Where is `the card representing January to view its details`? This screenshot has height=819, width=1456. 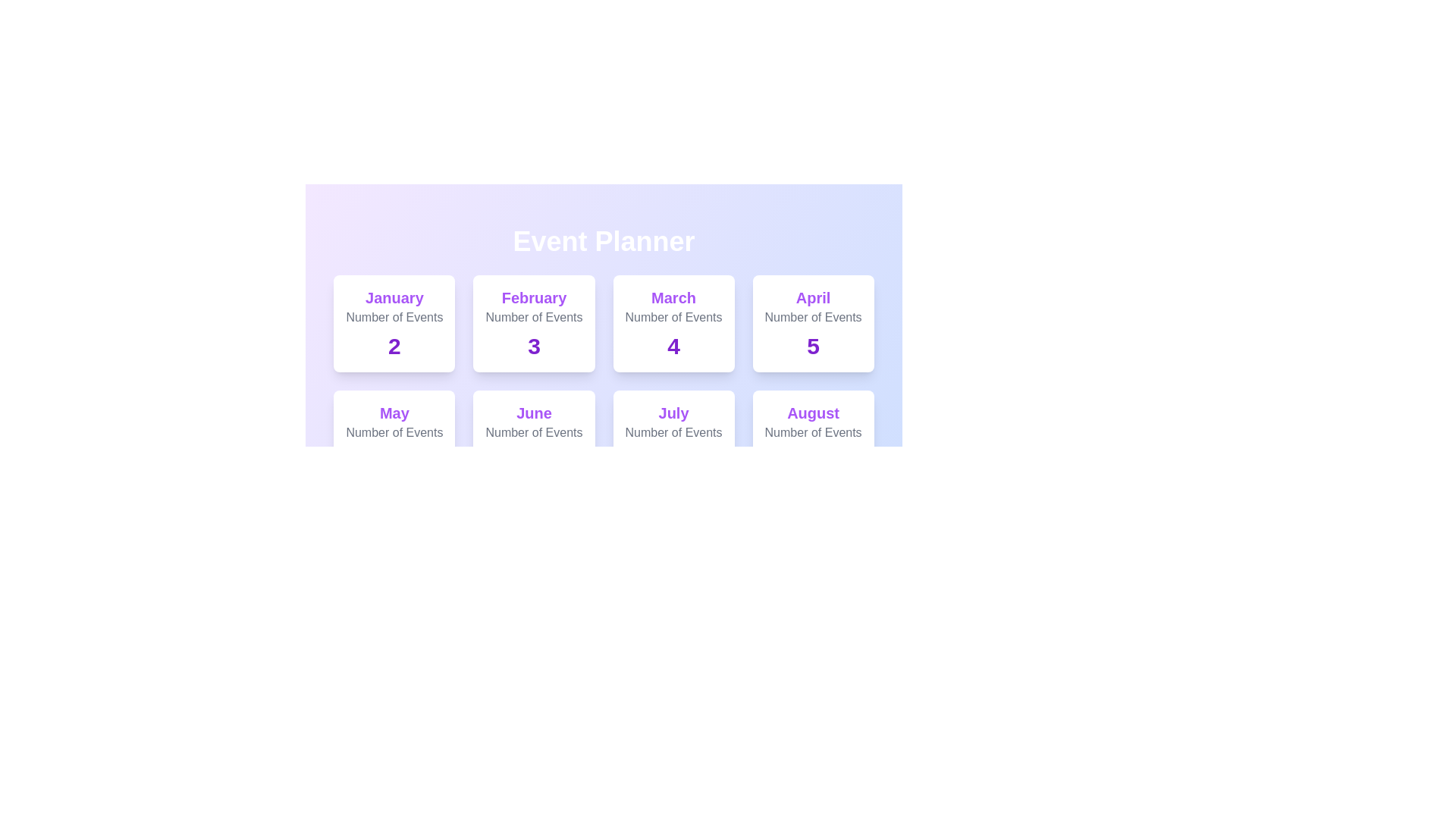 the card representing January to view its details is located at coordinates (394, 323).